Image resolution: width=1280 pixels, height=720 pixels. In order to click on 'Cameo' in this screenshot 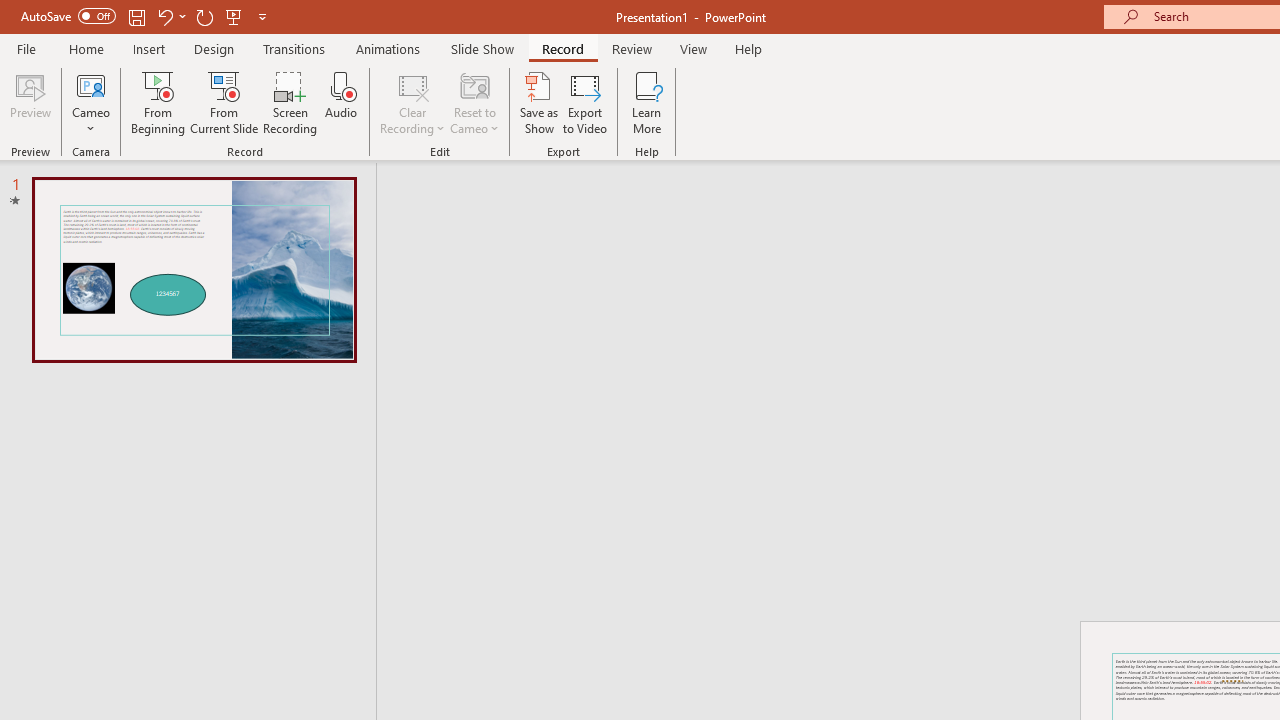, I will do `click(90, 103)`.